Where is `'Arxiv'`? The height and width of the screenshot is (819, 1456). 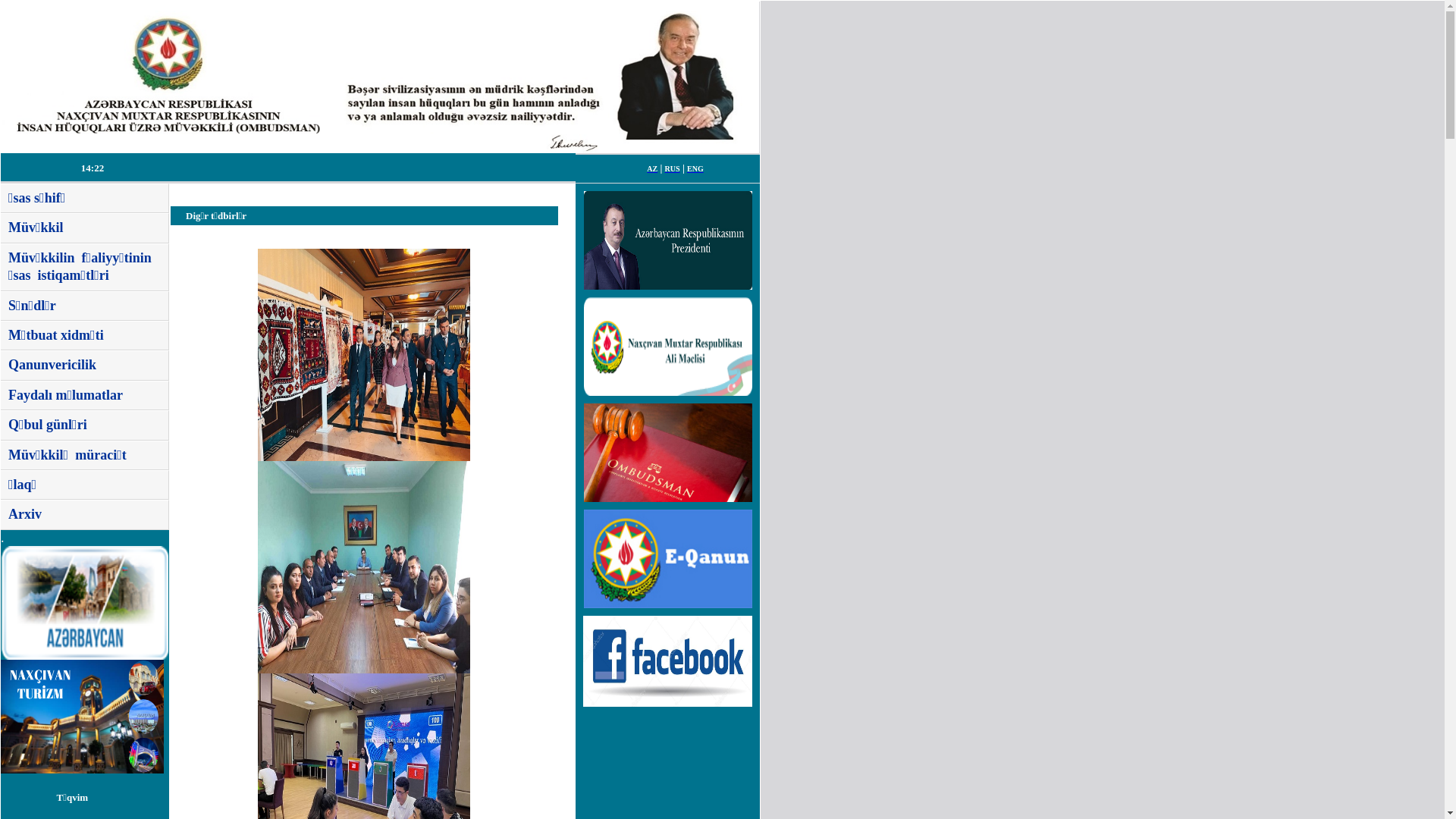 'Arxiv' is located at coordinates (25, 513).